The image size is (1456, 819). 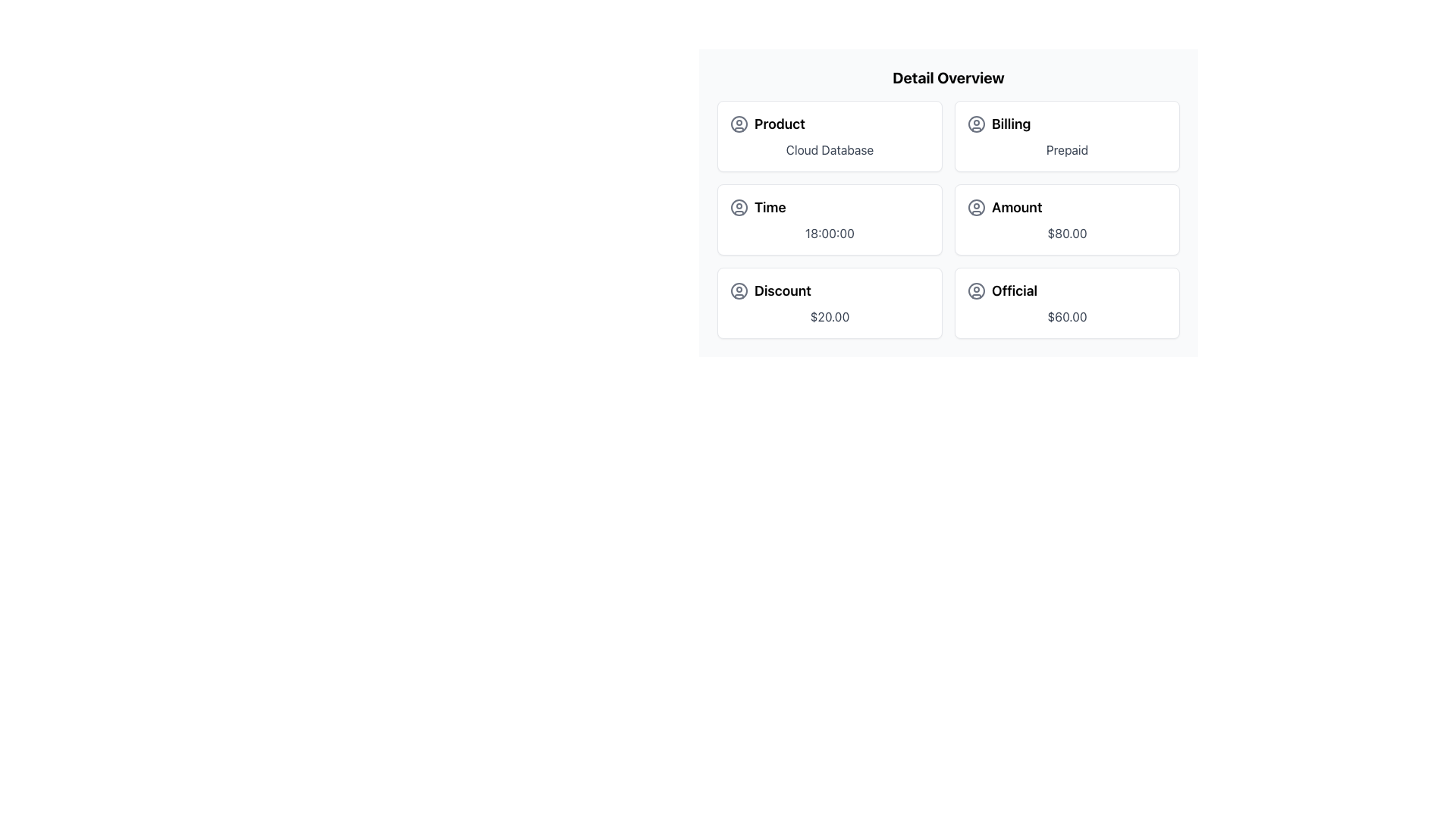 I want to click on the largest circular graphic element with a gray outline, part of the user icon located in the bottom-right card labeled 'Official', so click(x=976, y=291).